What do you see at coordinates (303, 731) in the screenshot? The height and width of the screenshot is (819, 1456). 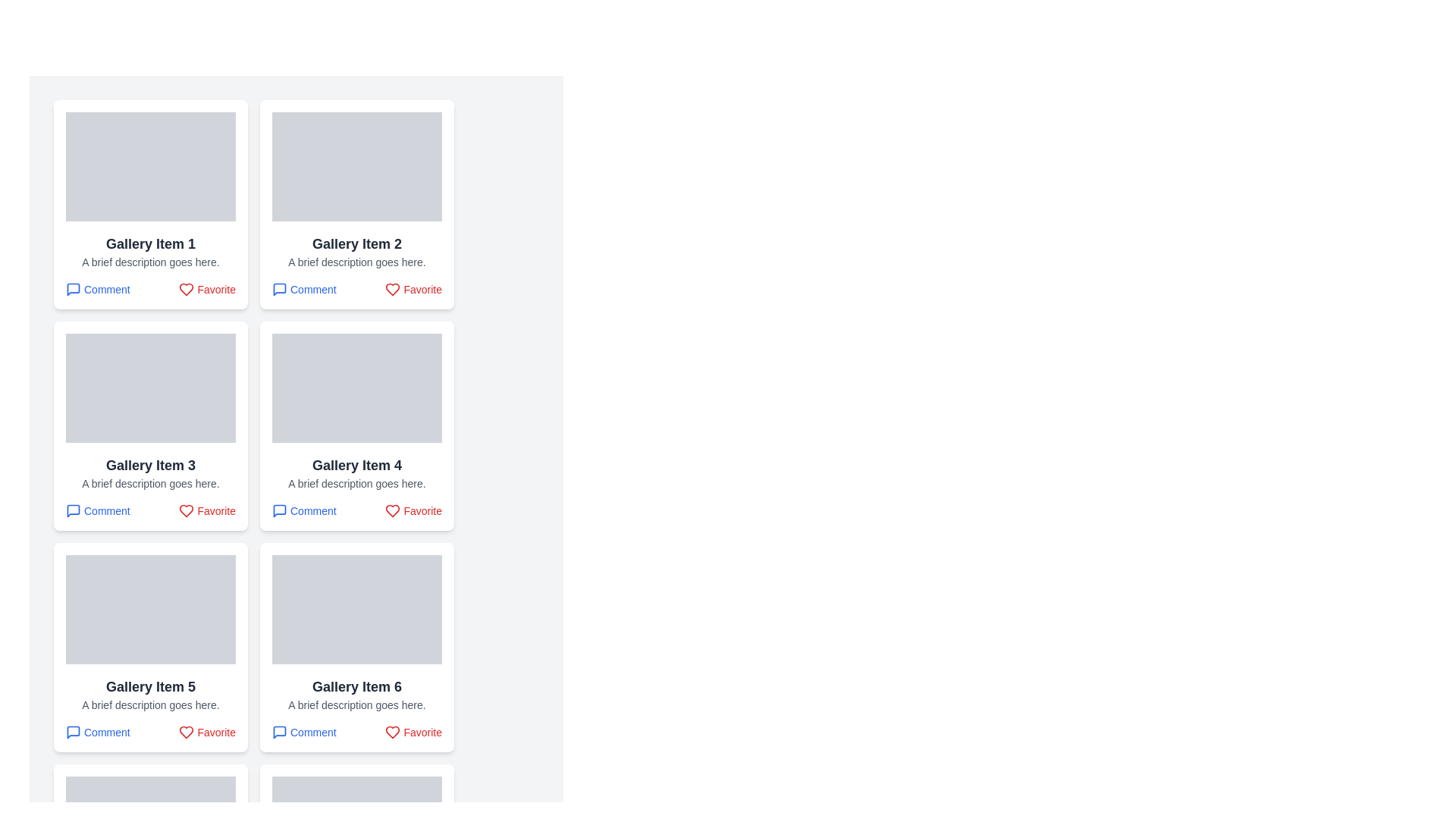 I see `the 'Comment' hyperlink text styled in blue next to the speech bubble icon` at bounding box center [303, 731].